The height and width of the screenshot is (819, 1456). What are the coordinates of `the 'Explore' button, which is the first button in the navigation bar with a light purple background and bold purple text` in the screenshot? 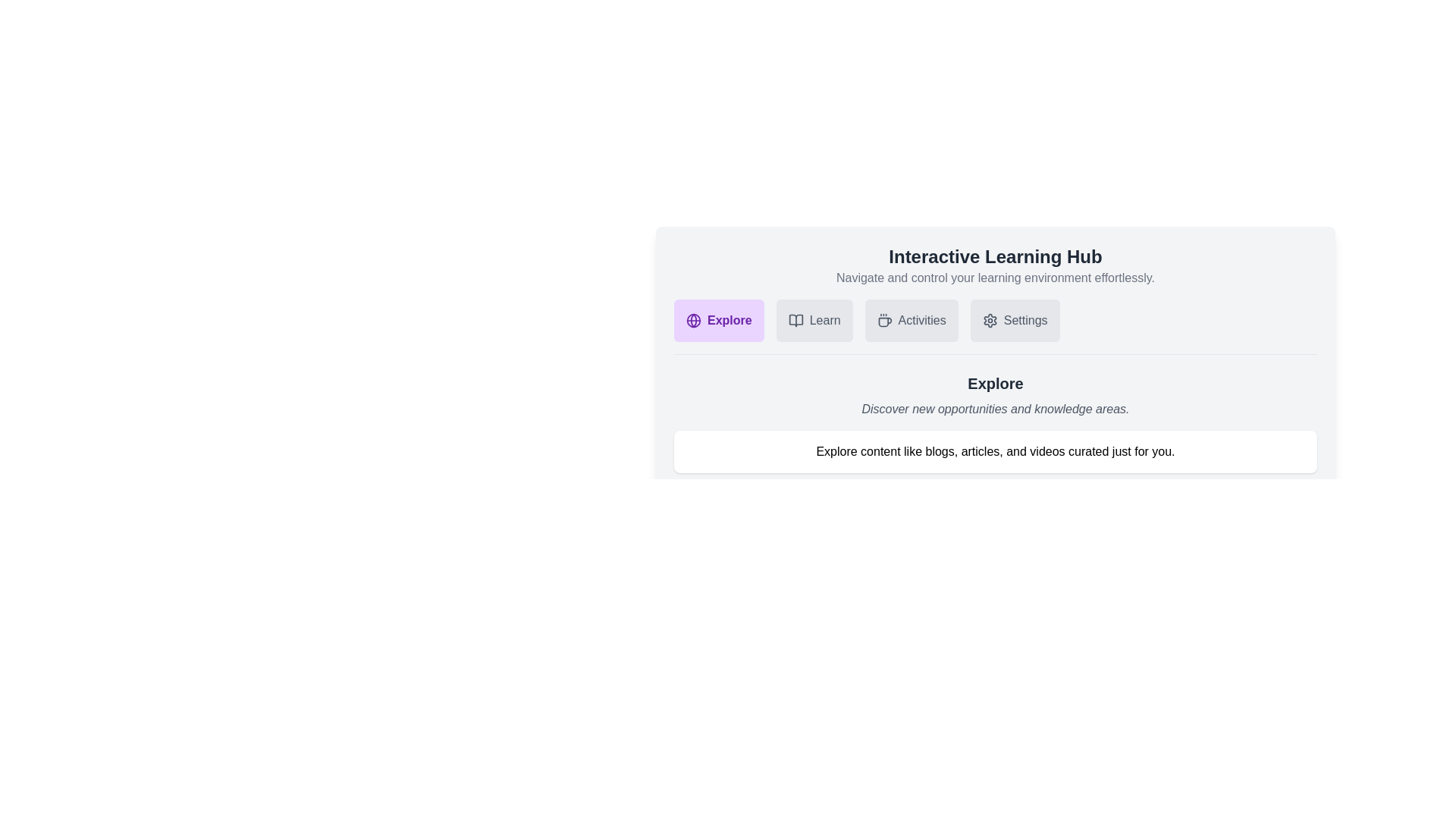 It's located at (718, 320).